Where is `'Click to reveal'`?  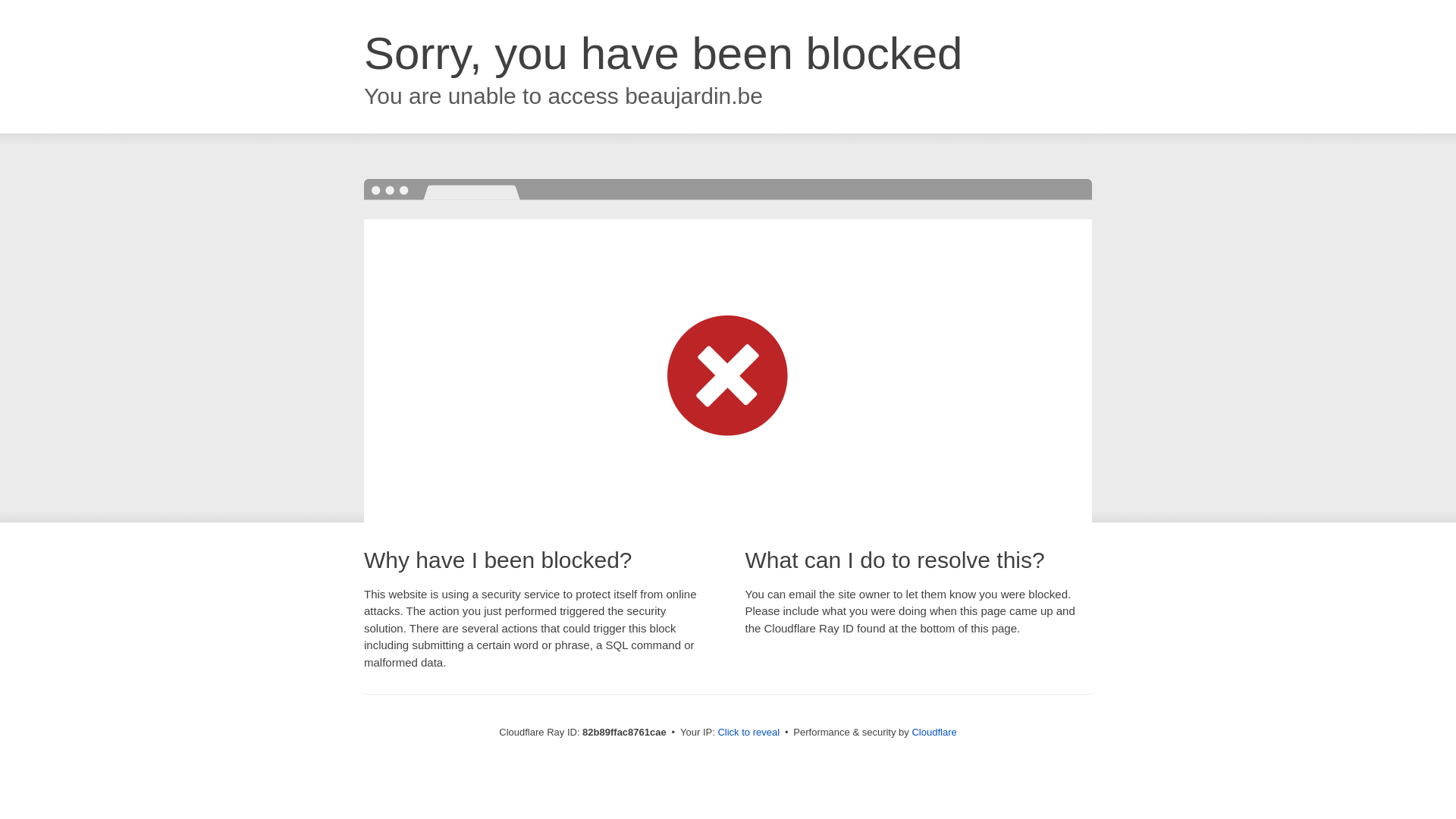
'Click to reveal' is located at coordinates (748, 731).